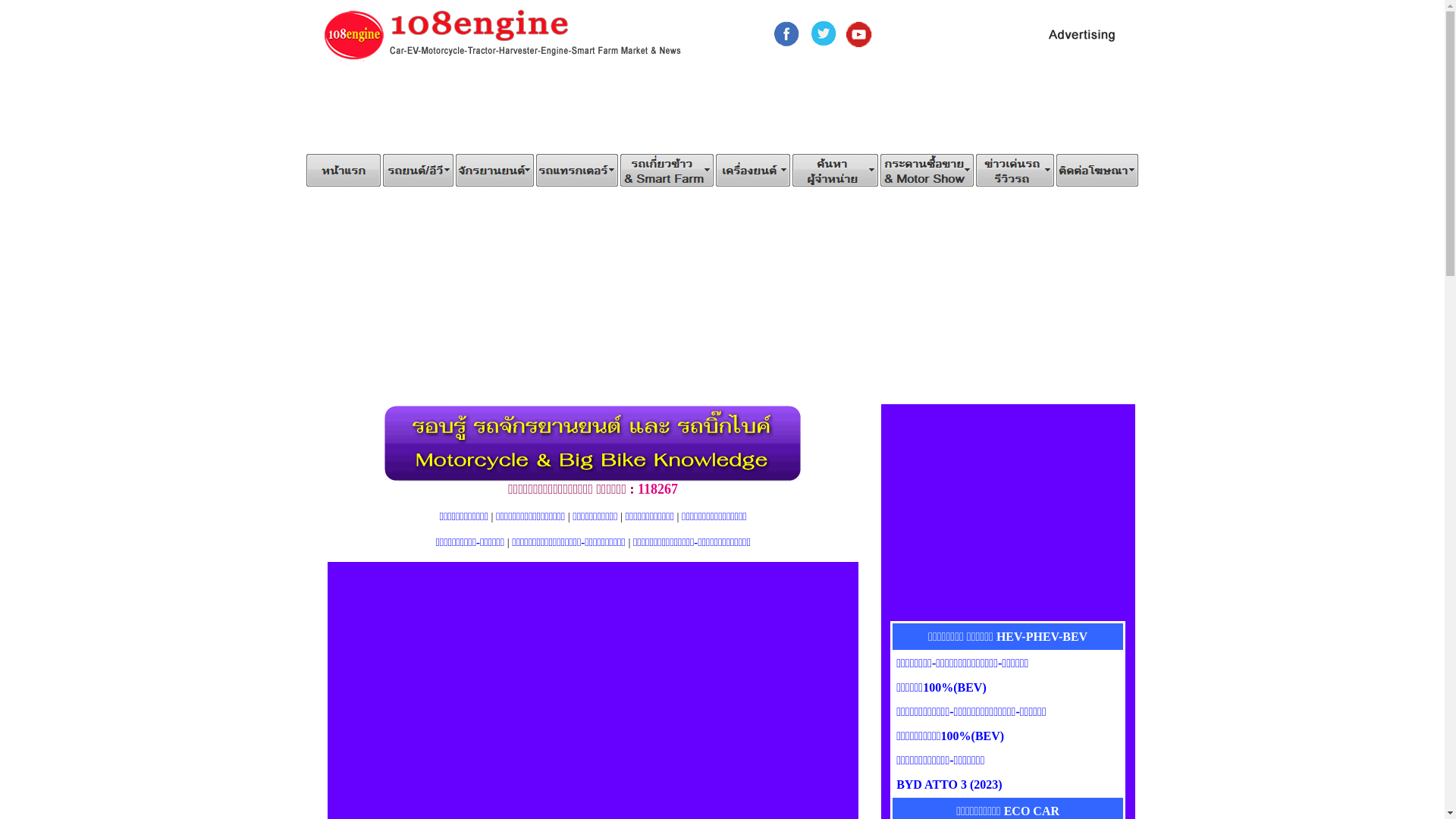 Image resolution: width=1456 pixels, height=819 pixels. I want to click on 'Twitter108engine', so click(822, 33).